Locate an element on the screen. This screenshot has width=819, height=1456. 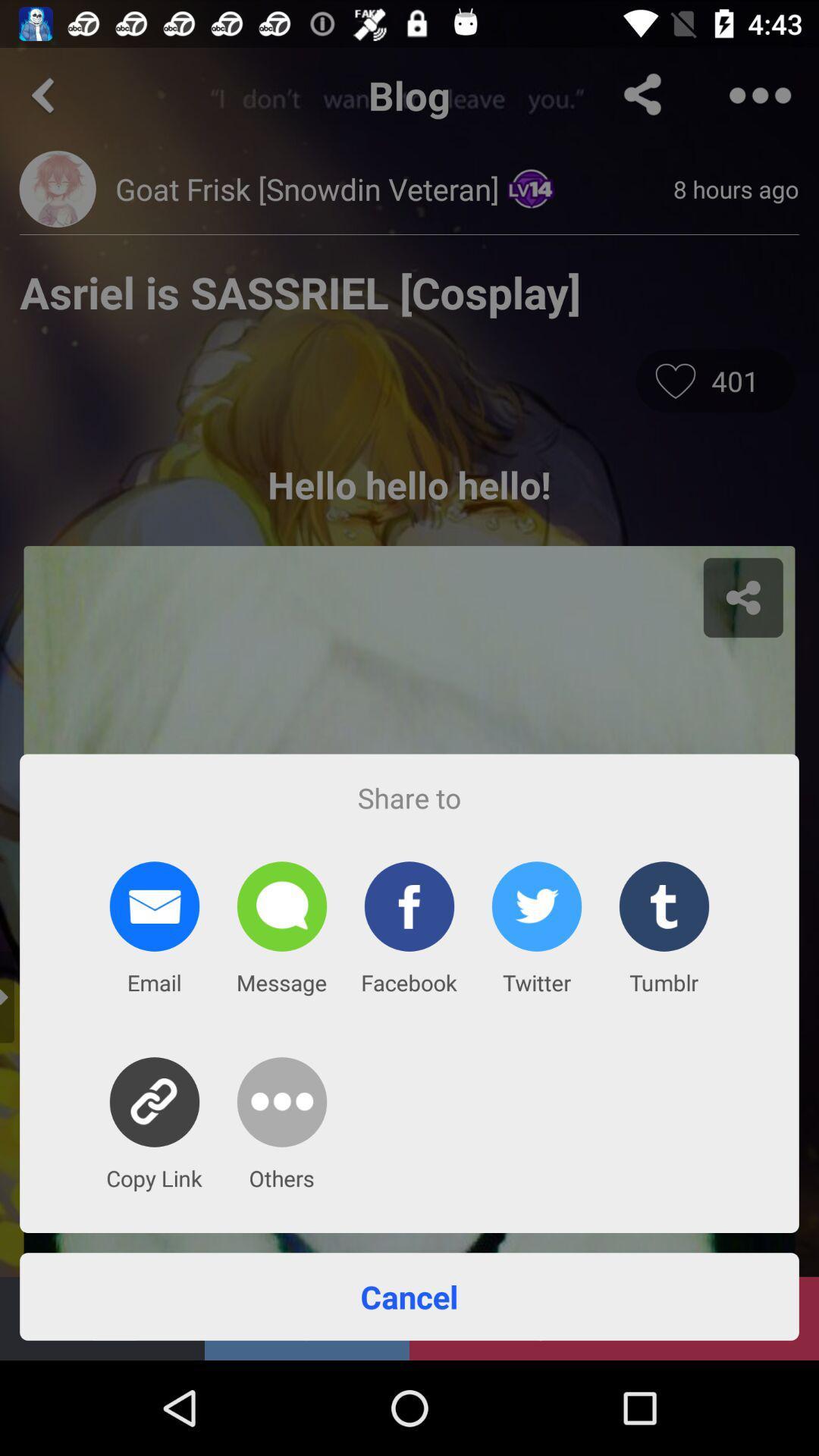
cancel is located at coordinates (409, 1295).